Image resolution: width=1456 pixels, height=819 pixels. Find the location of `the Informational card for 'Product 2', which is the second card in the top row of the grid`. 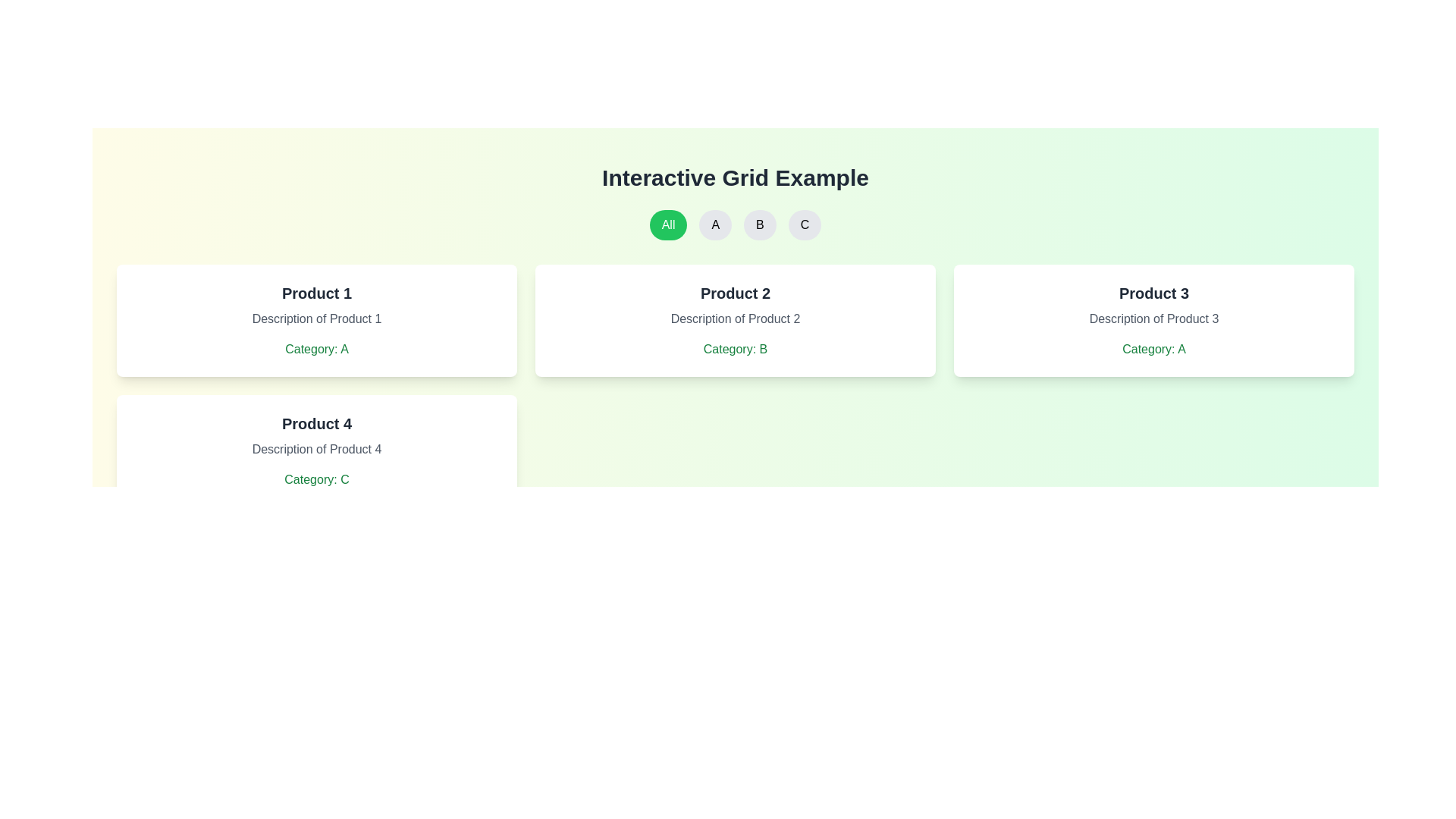

the Informational card for 'Product 2', which is the second card in the top row of the grid is located at coordinates (735, 320).